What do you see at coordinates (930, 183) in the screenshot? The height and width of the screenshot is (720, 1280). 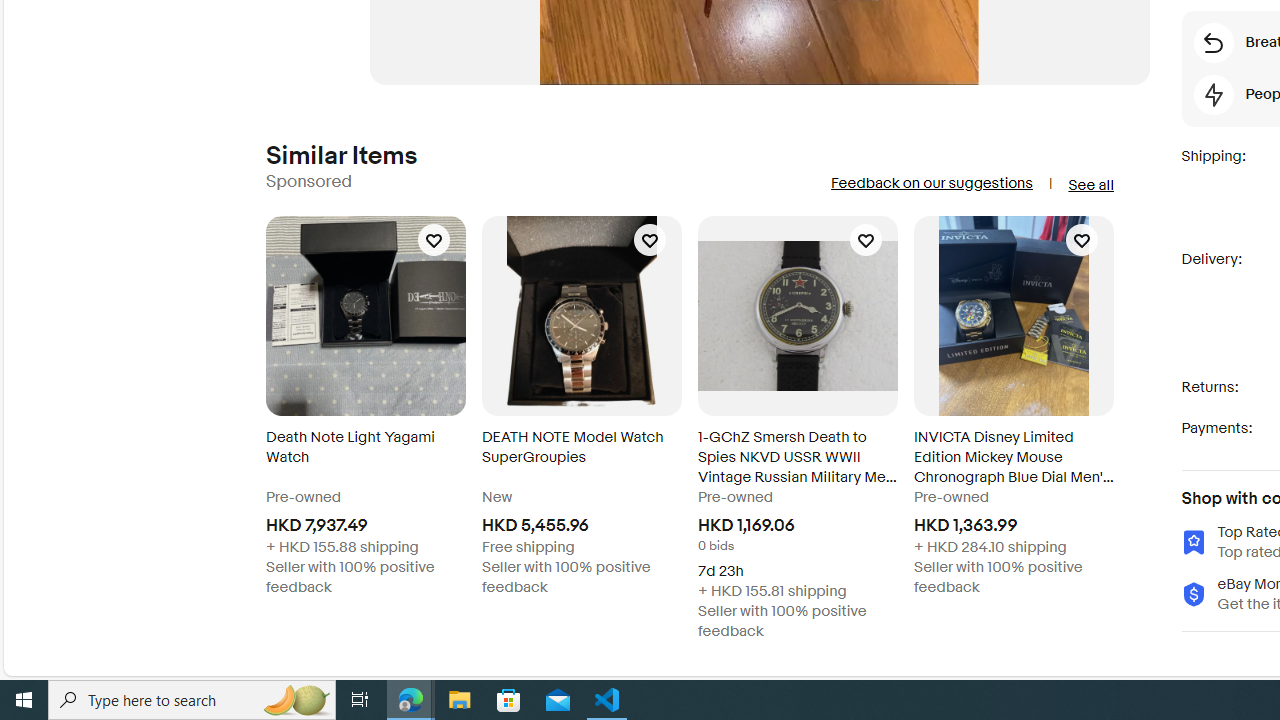 I see `'Feedback on our suggestions'` at bounding box center [930, 183].